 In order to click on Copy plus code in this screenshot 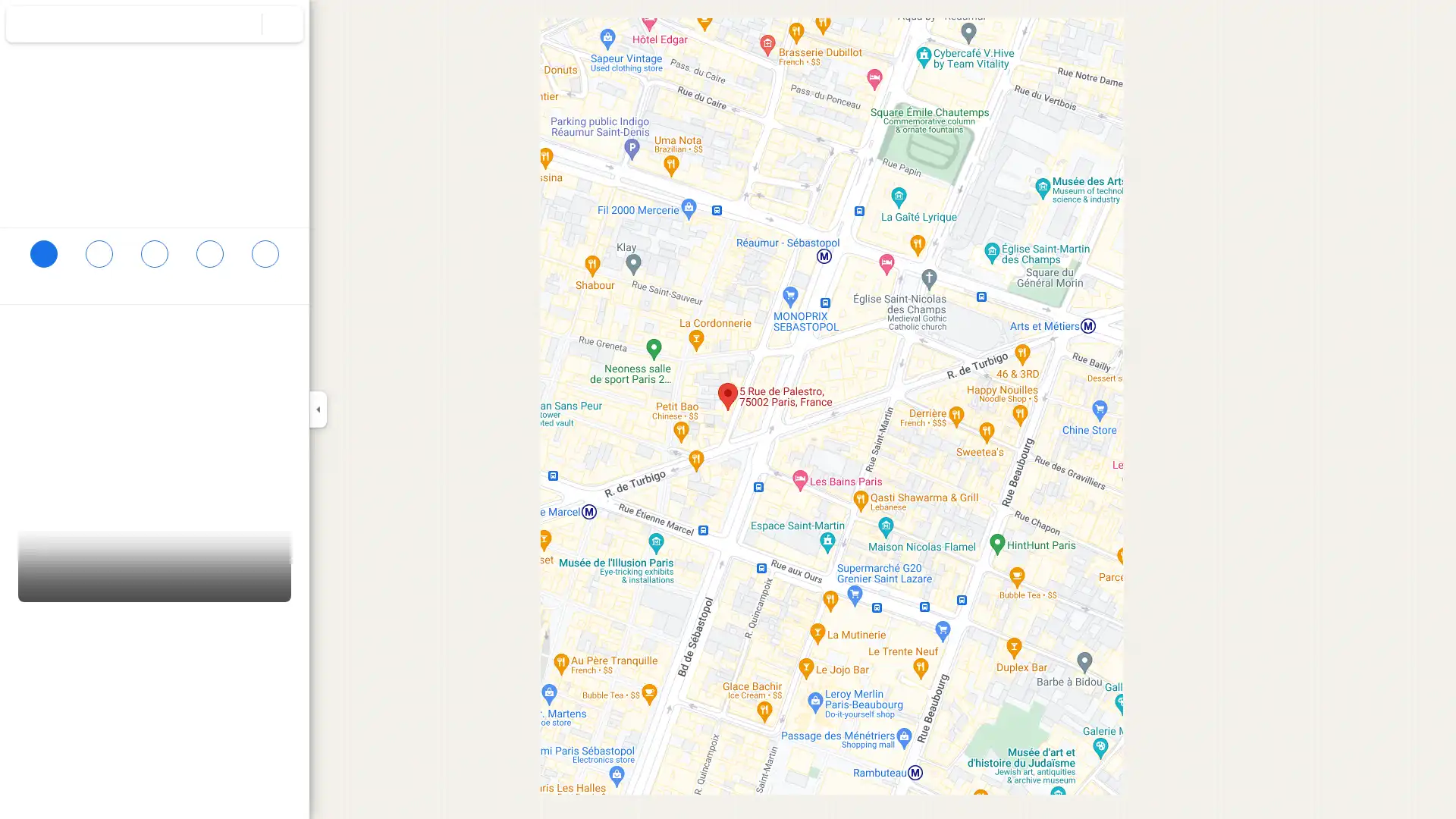, I will do `click(249, 362)`.